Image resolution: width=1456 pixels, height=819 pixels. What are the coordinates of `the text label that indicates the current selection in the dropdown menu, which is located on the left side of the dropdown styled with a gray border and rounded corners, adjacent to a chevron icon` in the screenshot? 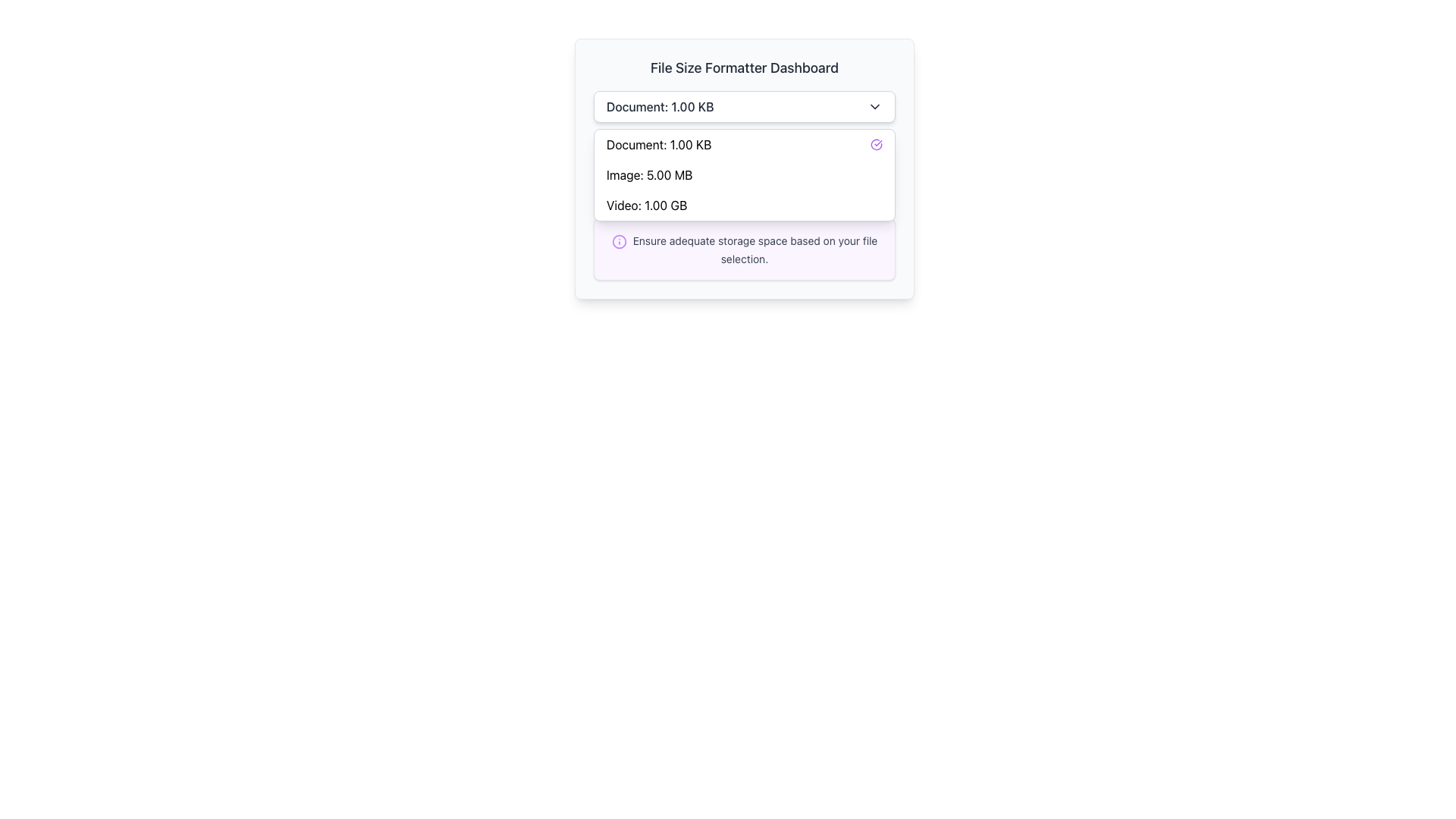 It's located at (660, 106).